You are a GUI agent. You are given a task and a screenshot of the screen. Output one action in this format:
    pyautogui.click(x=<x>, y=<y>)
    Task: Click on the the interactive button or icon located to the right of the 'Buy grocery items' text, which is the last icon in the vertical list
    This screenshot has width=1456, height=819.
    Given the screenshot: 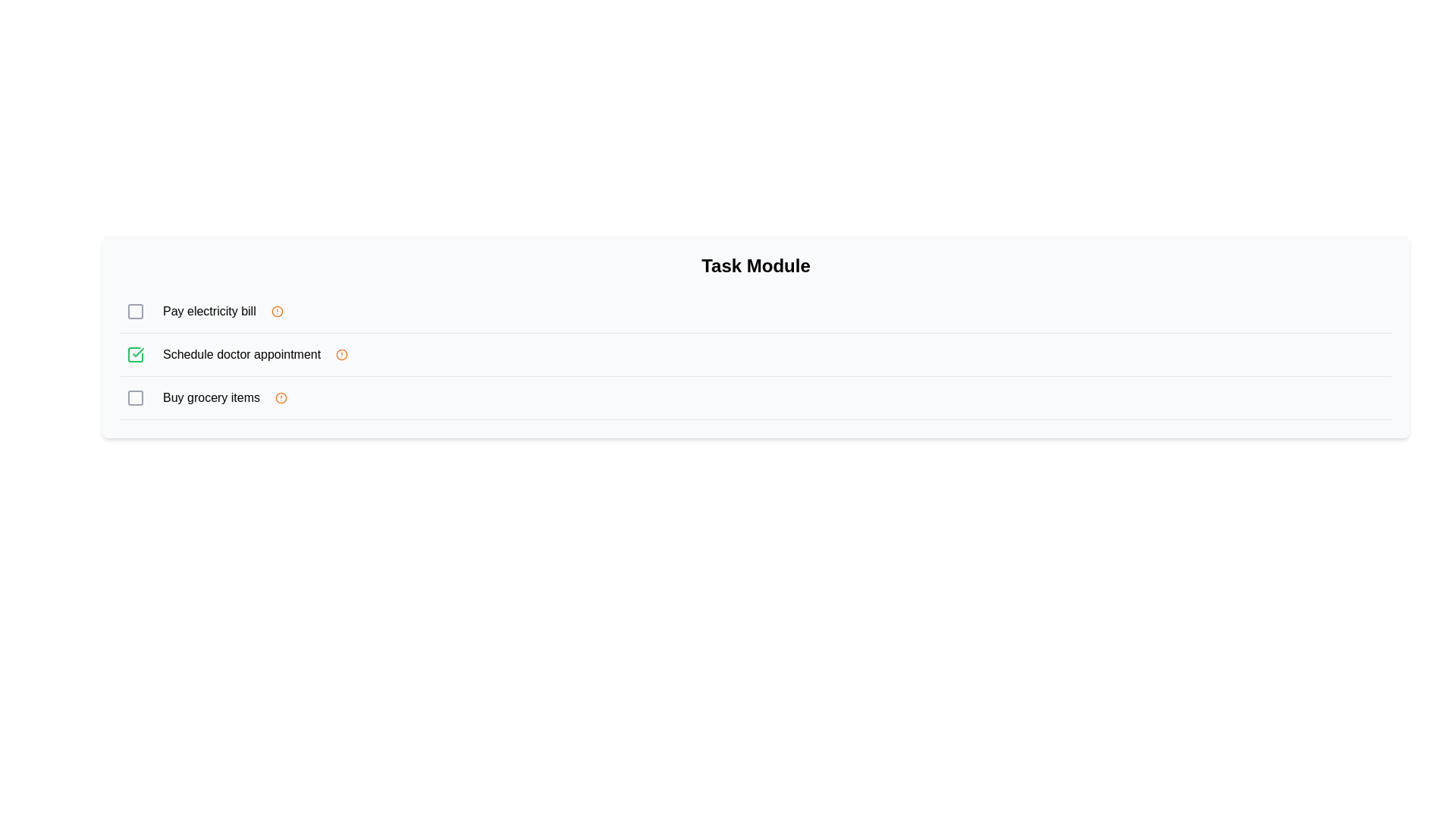 What is the action you would take?
    pyautogui.click(x=281, y=397)
    